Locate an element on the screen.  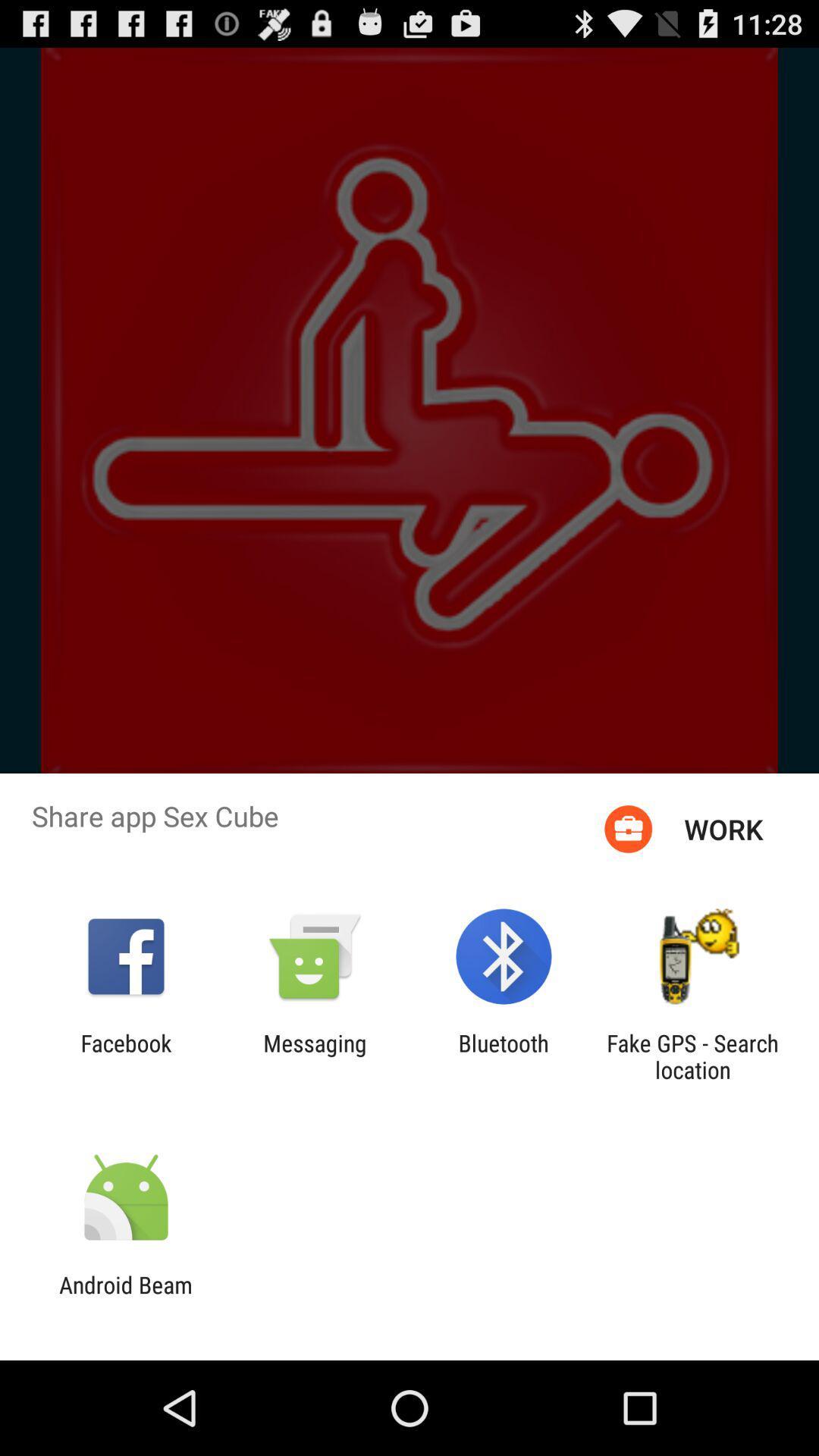
the bluetooth app is located at coordinates (504, 1056).